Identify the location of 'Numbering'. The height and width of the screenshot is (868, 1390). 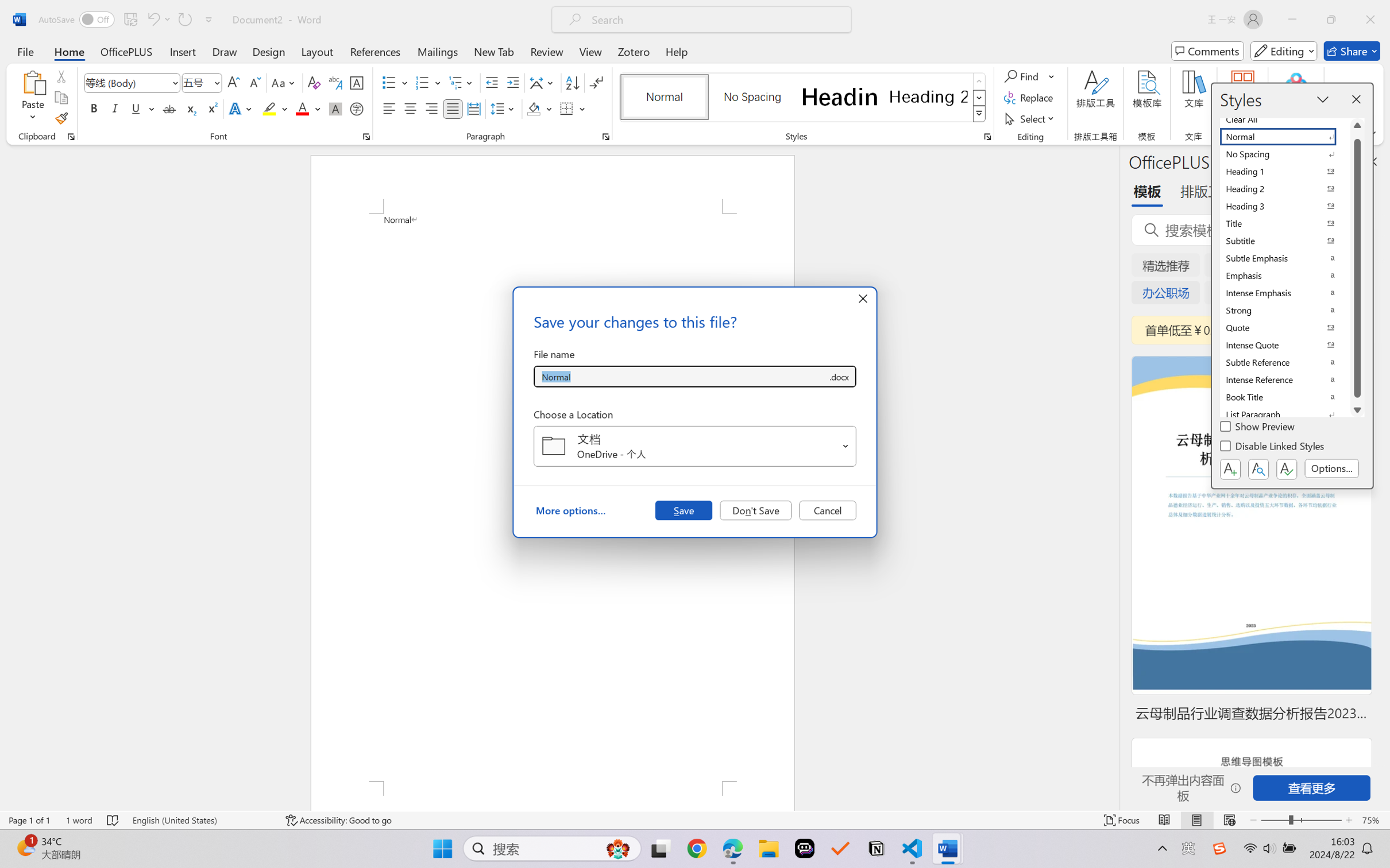
(428, 83).